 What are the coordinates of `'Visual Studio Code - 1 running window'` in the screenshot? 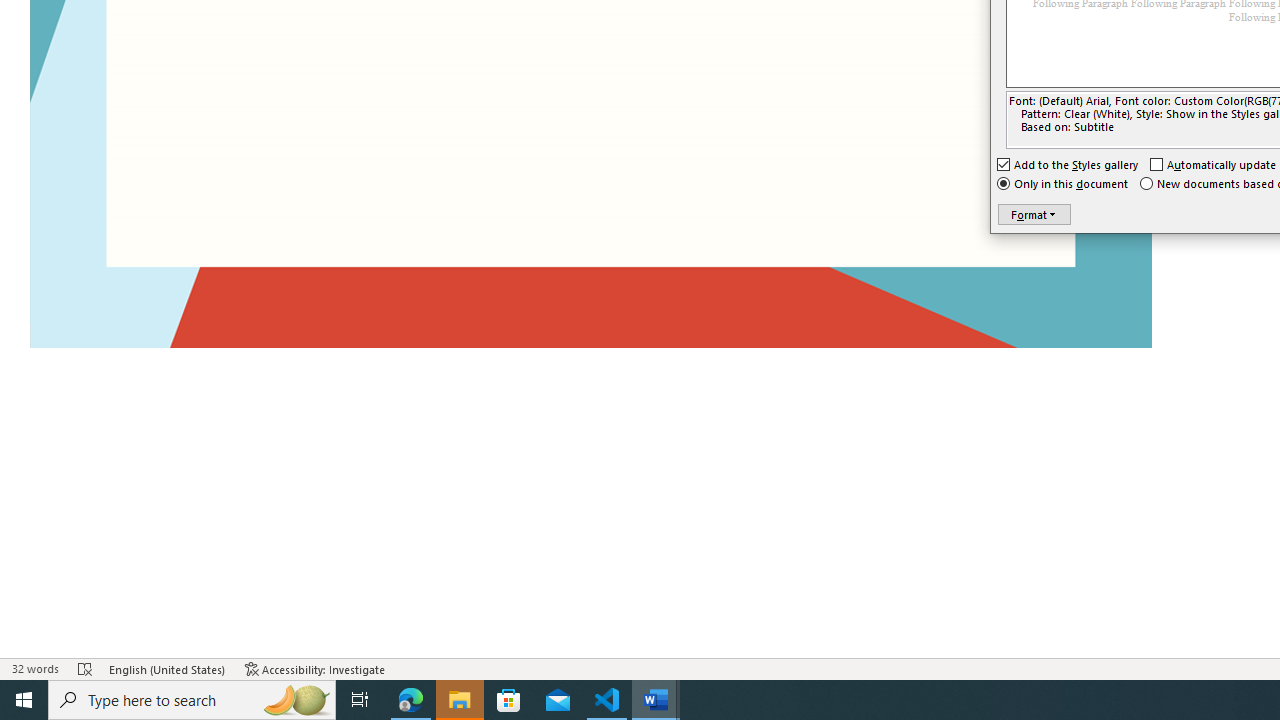 It's located at (606, 698).